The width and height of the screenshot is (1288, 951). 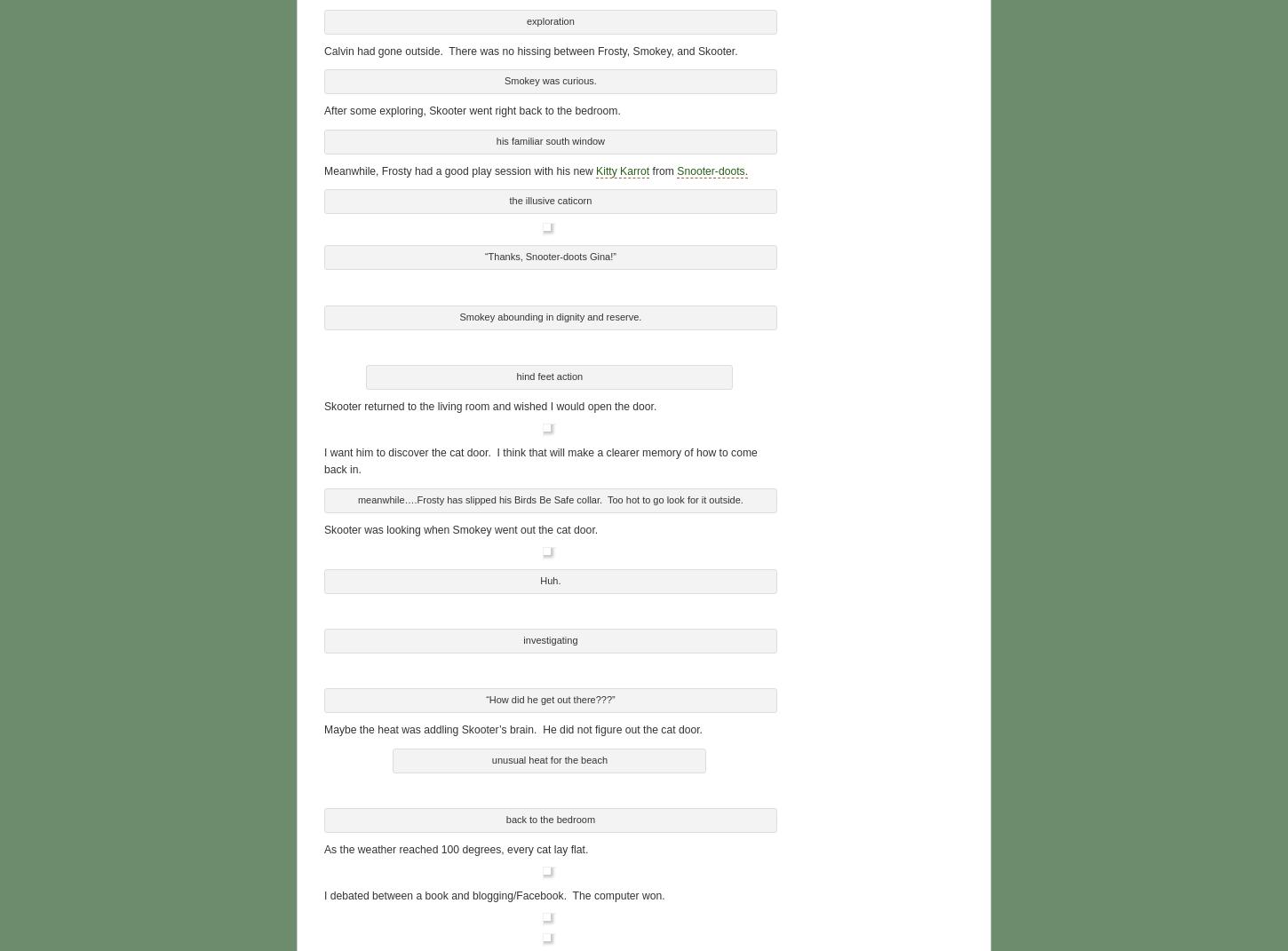 I want to click on 'Calvin had gone outside.  There was no hissing between Frosty, Smokey, and Skooter.', so click(x=530, y=49).